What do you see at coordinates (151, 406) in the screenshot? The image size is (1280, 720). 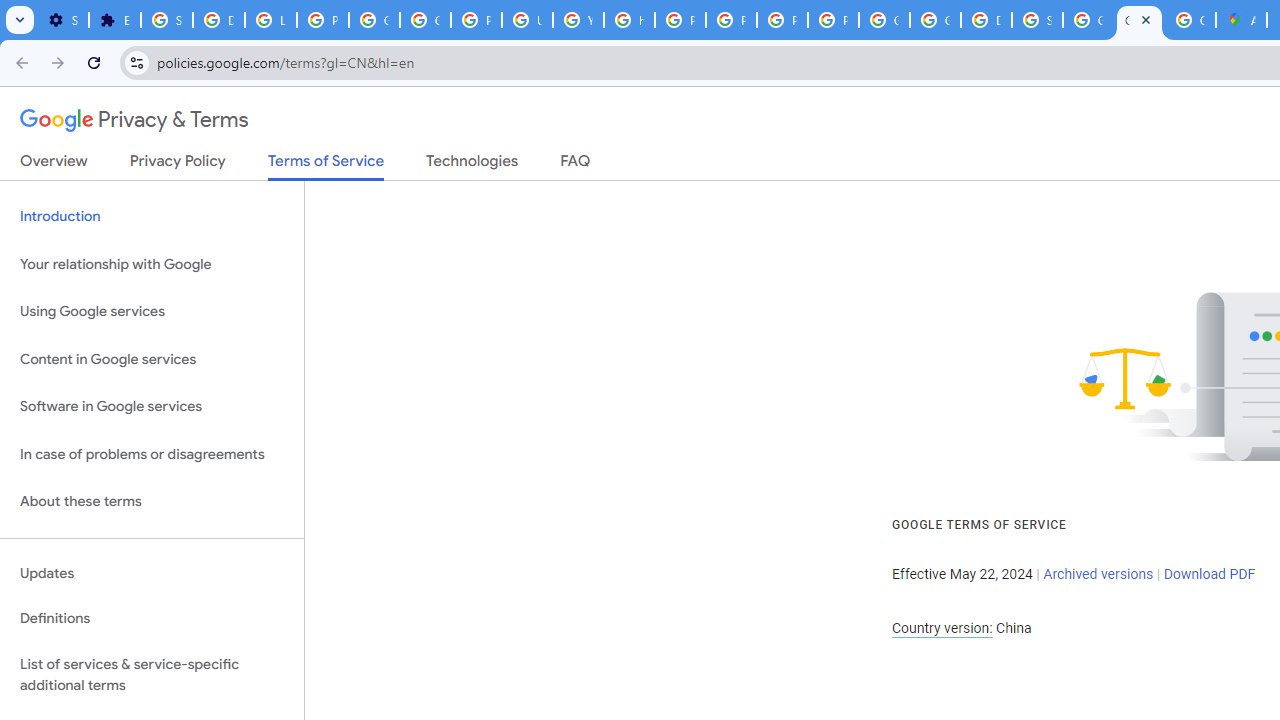 I see `'Software in Google services'` at bounding box center [151, 406].